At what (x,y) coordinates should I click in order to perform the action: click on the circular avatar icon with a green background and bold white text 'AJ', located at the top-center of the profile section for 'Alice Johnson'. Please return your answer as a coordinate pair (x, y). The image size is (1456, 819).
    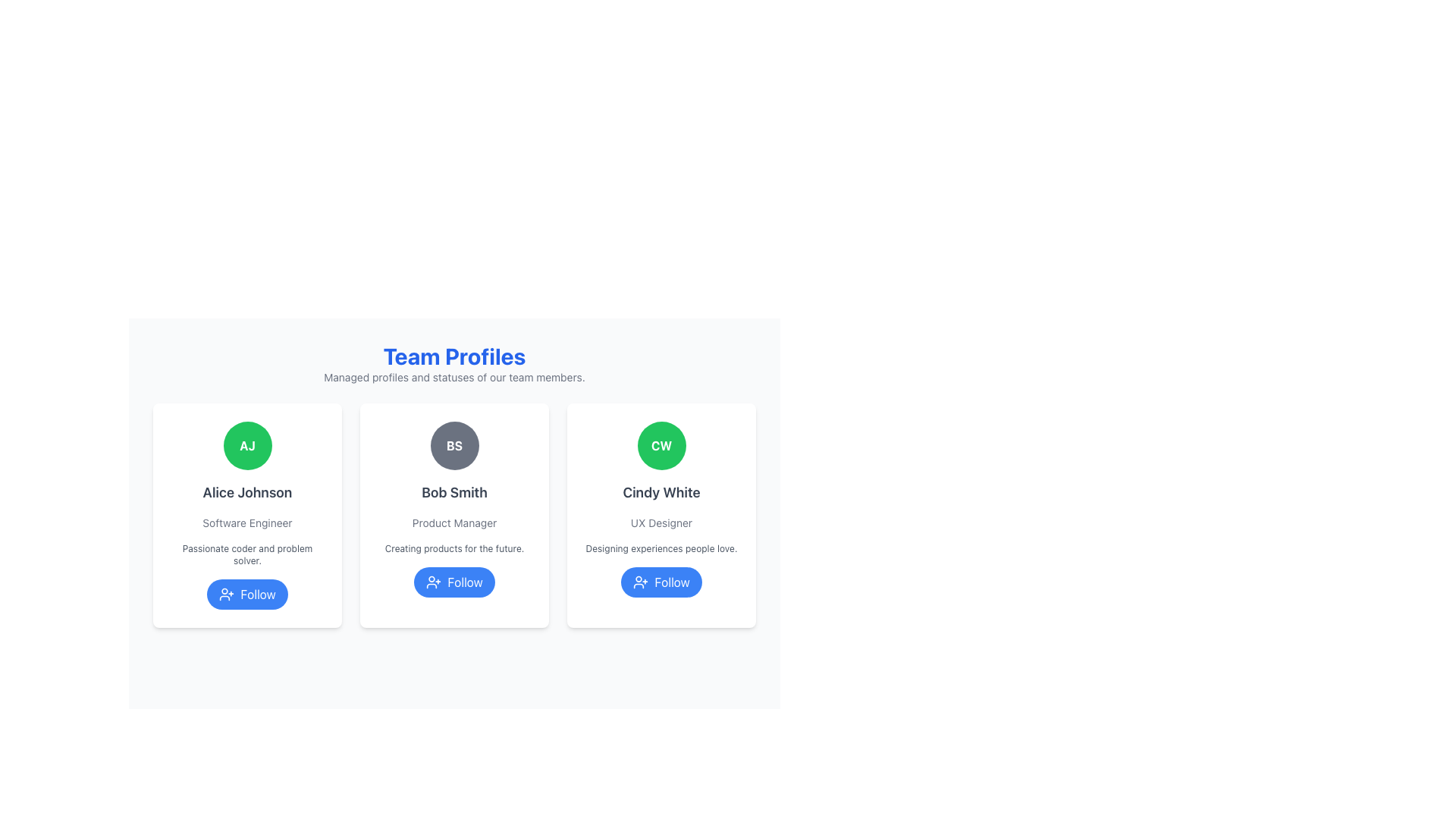
    Looking at the image, I should click on (247, 444).